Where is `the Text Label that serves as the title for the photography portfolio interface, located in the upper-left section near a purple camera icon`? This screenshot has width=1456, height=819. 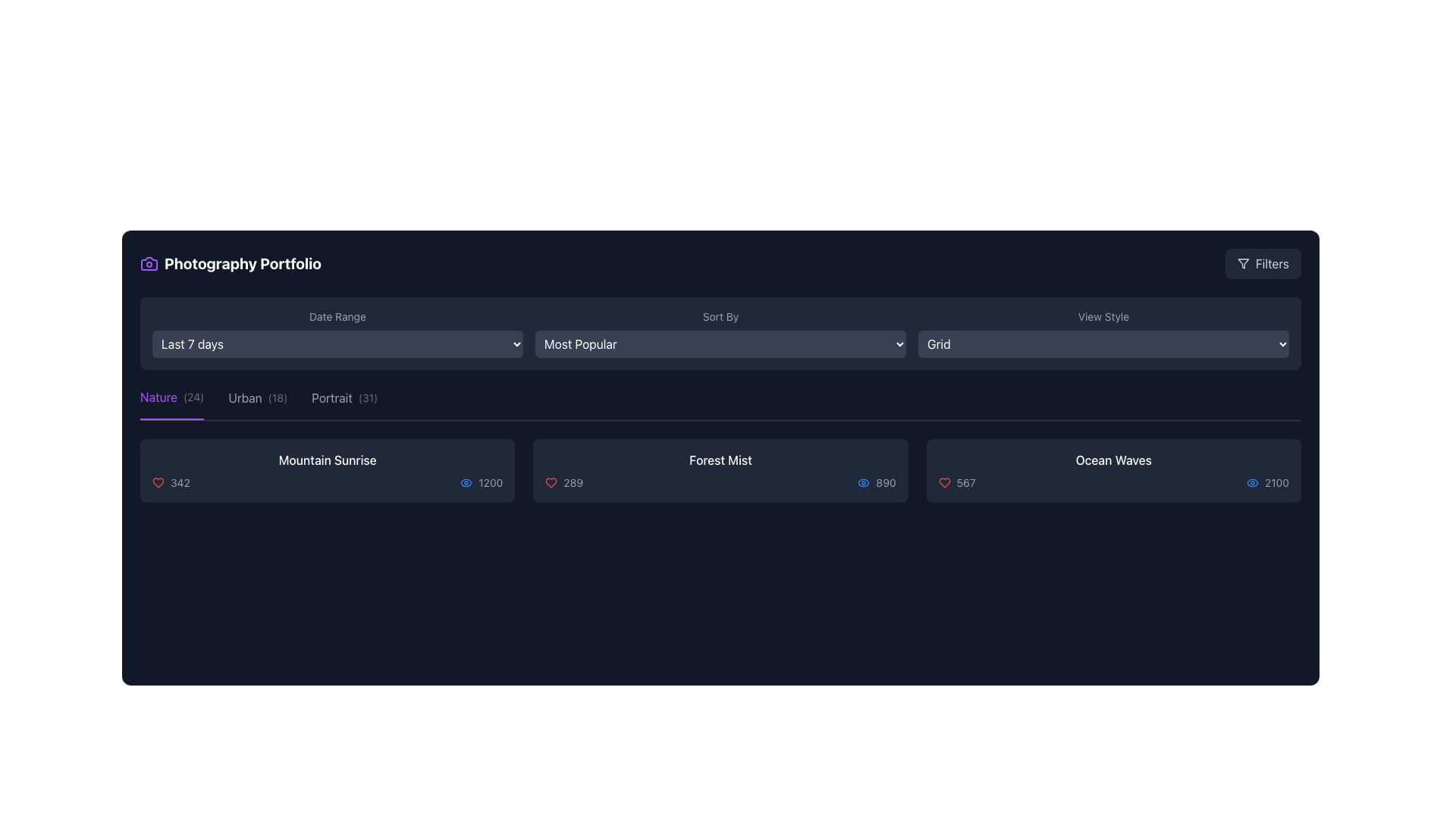
the Text Label that serves as the title for the photography portfolio interface, located in the upper-left section near a purple camera icon is located at coordinates (243, 262).